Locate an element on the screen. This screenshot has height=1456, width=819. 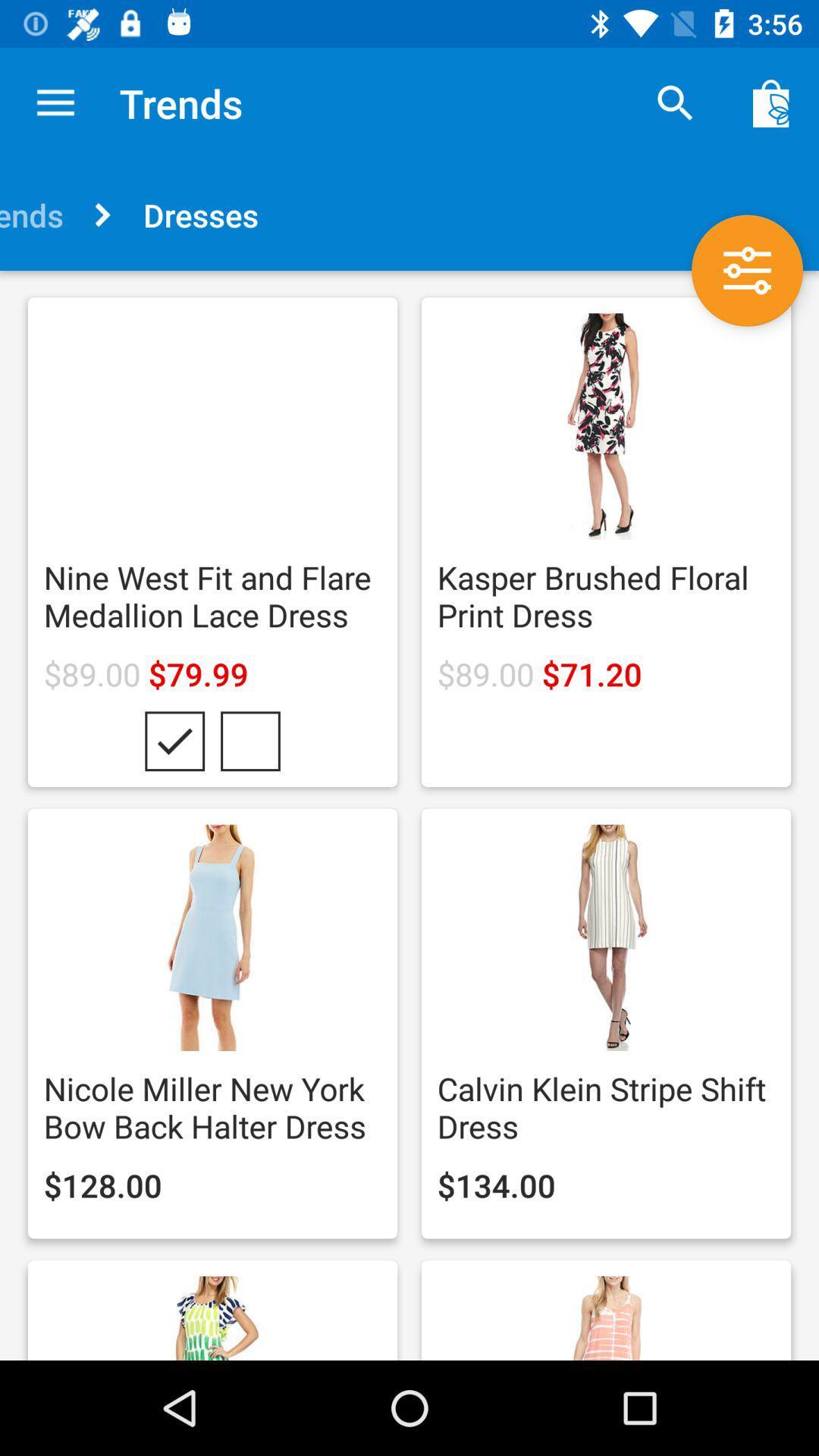
the sliders icon is located at coordinates (746, 270).